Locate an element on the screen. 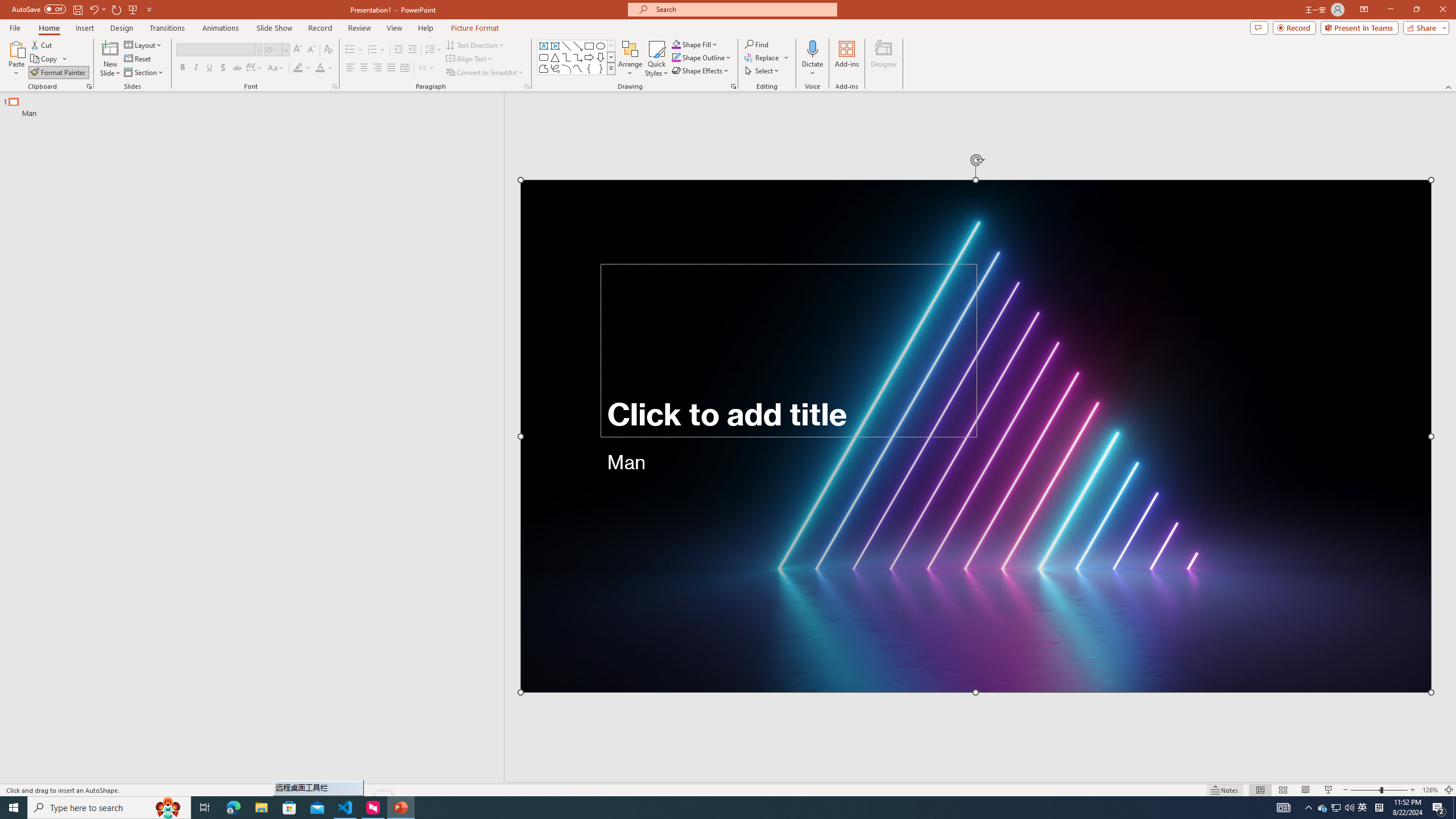  'Office Clipboard...' is located at coordinates (88, 85).